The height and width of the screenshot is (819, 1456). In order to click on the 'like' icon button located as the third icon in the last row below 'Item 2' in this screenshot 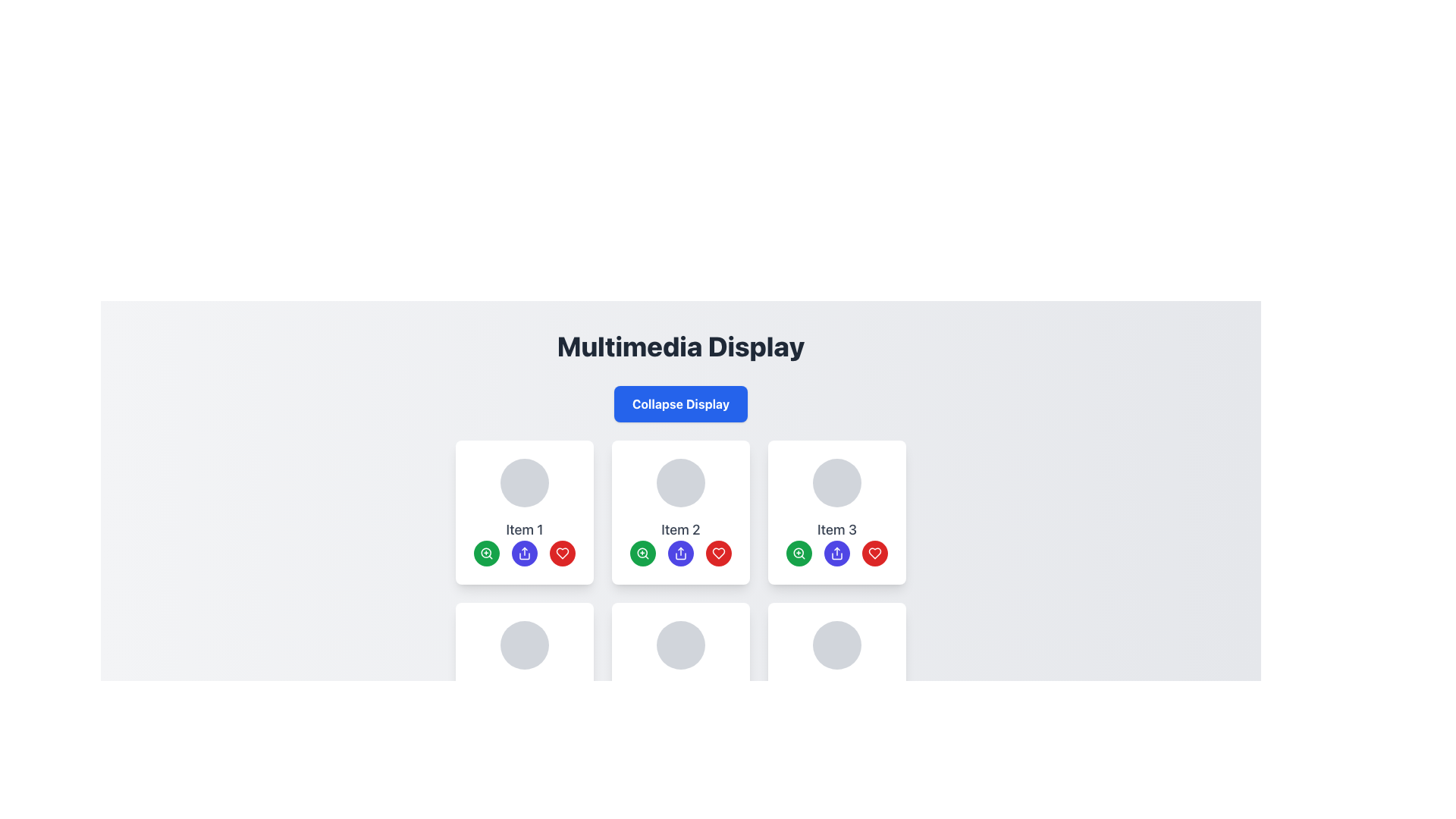, I will do `click(874, 553)`.